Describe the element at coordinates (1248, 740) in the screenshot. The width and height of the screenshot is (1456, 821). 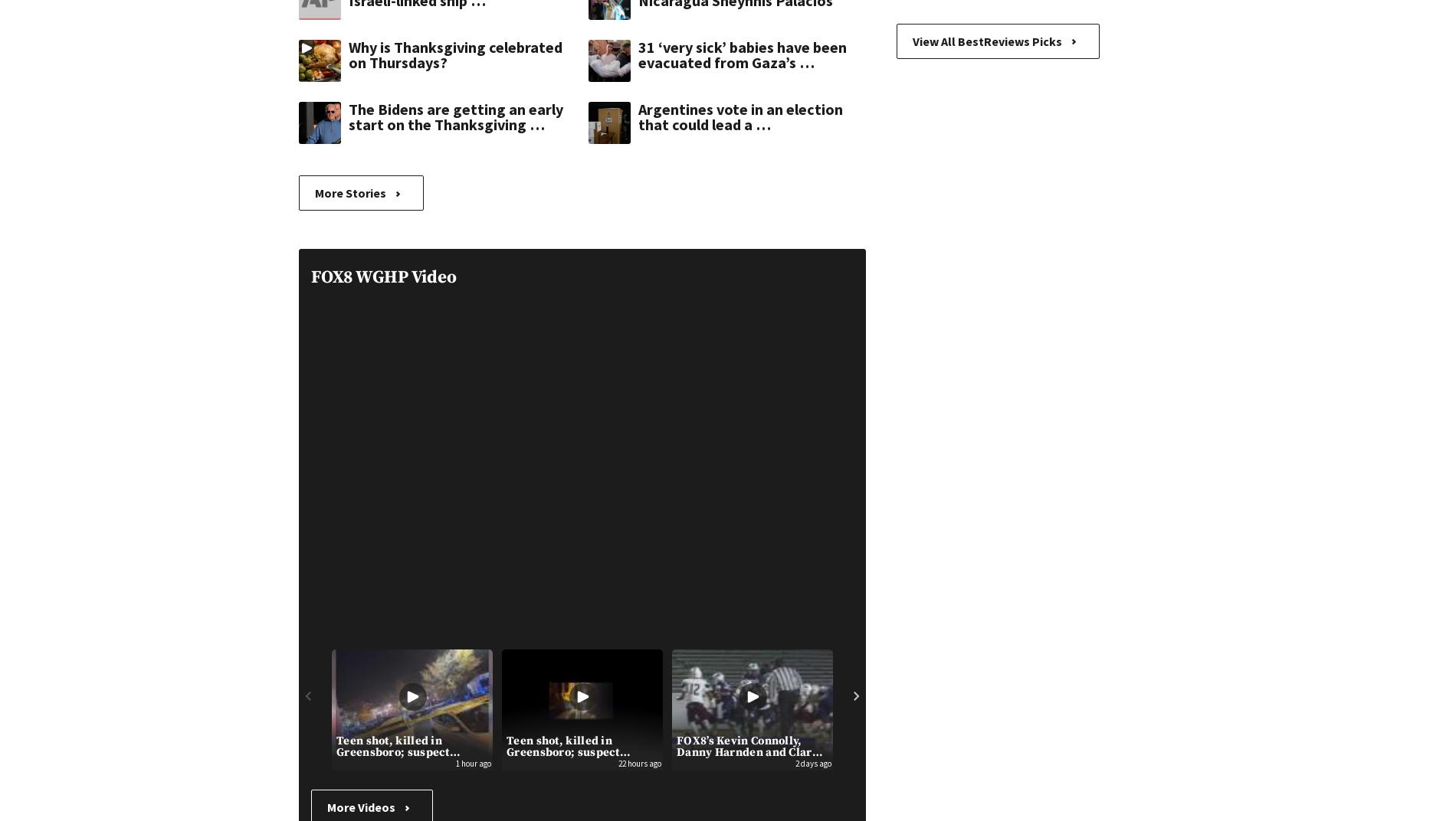
I see `'Brevard vs. Reidsville'` at that location.